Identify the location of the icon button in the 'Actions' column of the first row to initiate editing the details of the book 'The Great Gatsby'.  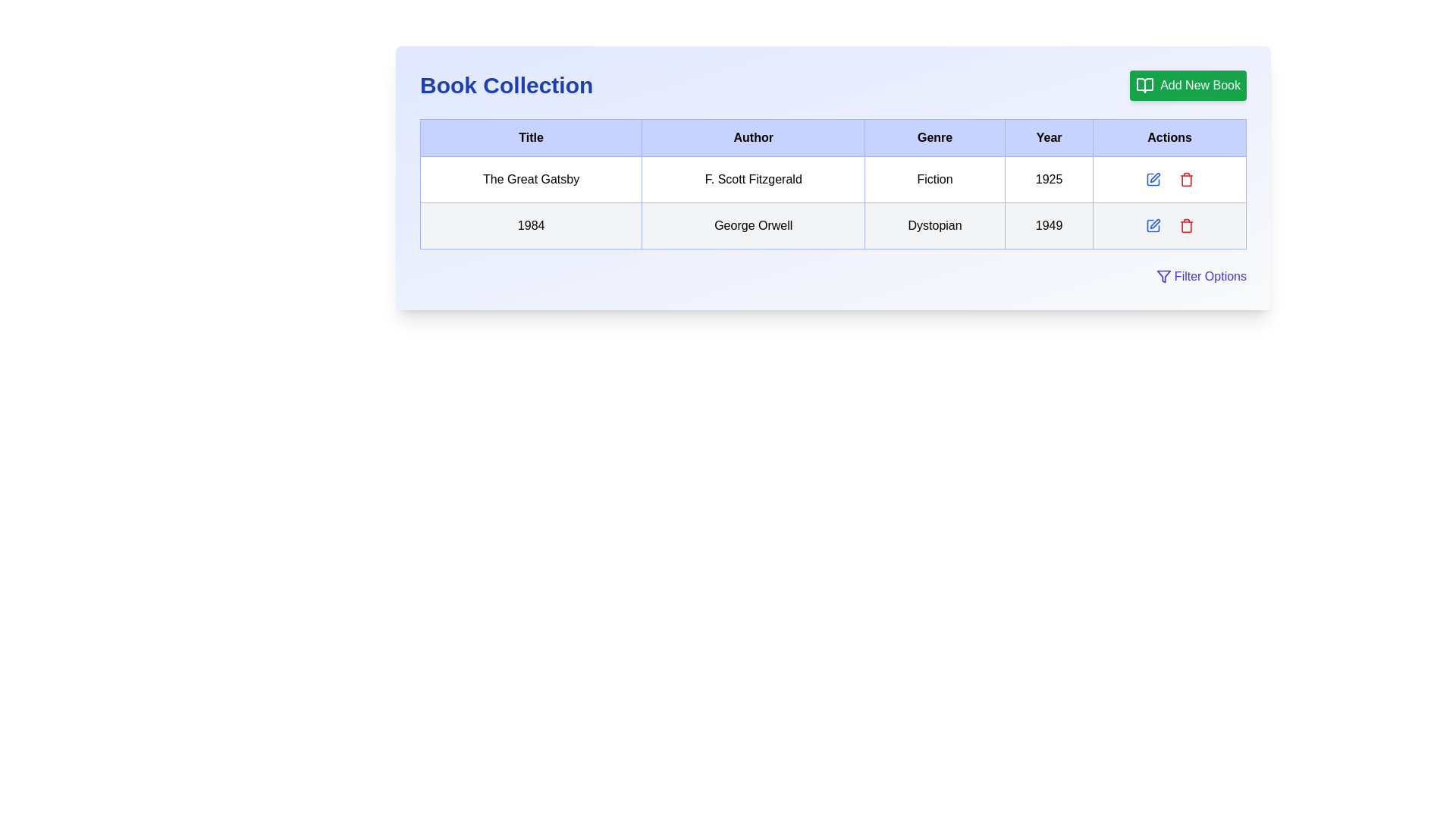
(1153, 178).